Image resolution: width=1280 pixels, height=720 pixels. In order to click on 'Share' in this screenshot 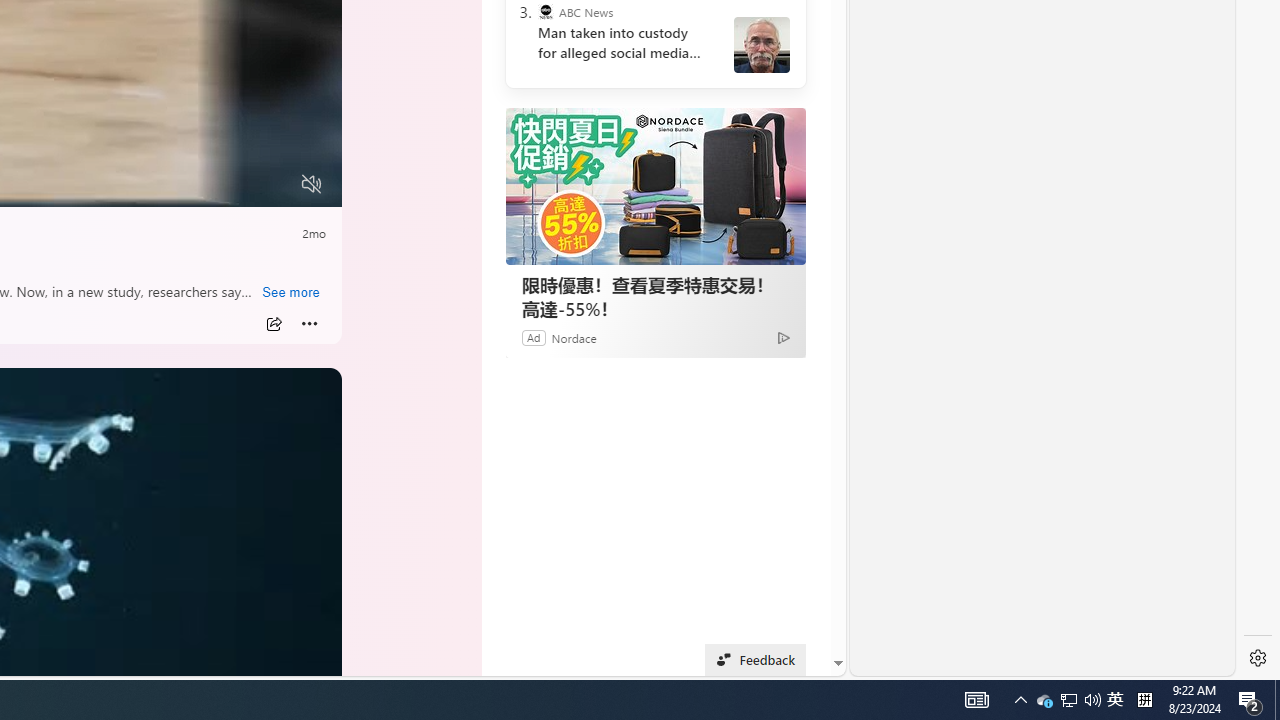, I will do `click(273, 323)`.